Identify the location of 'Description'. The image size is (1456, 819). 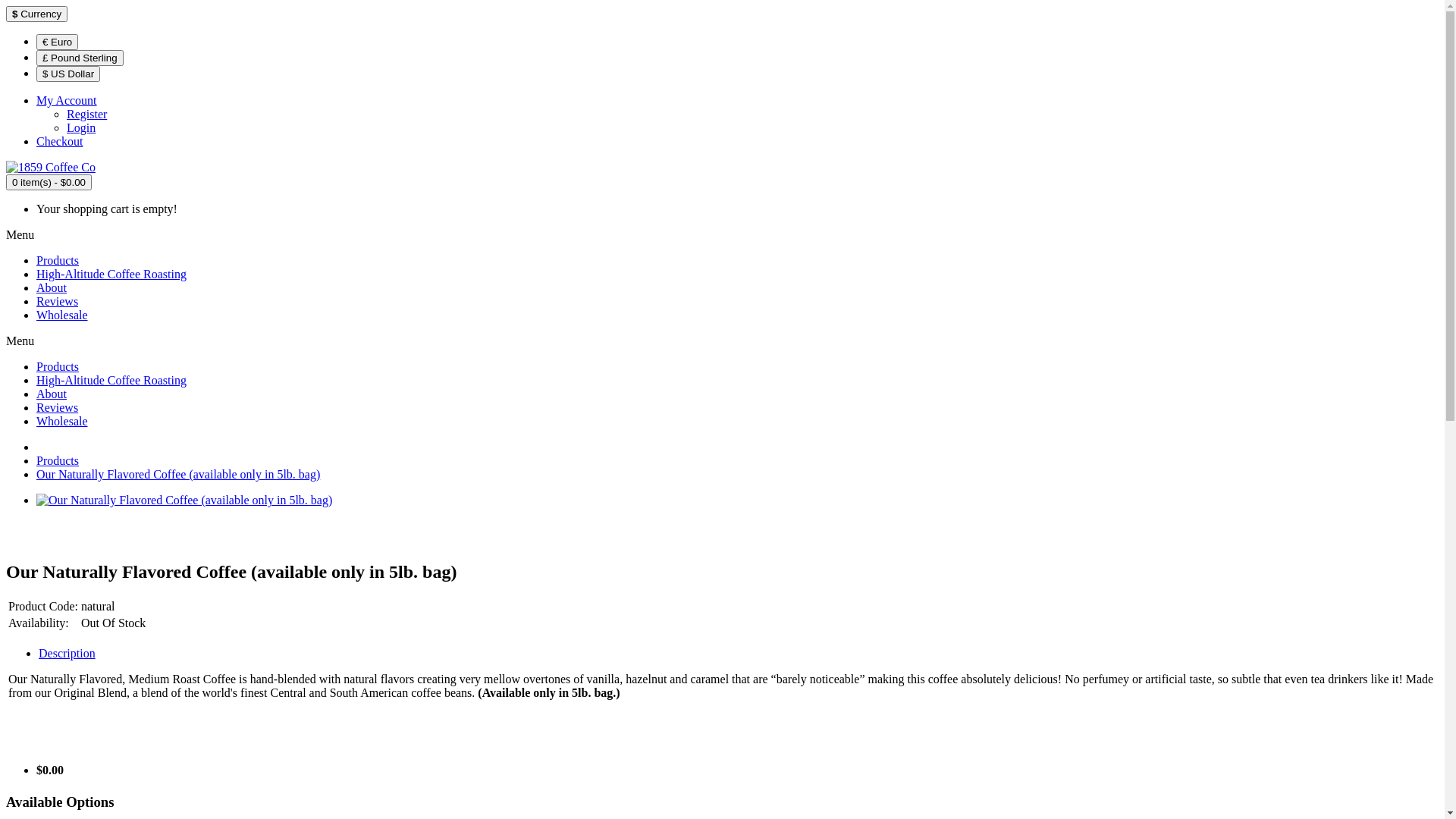
(66, 652).